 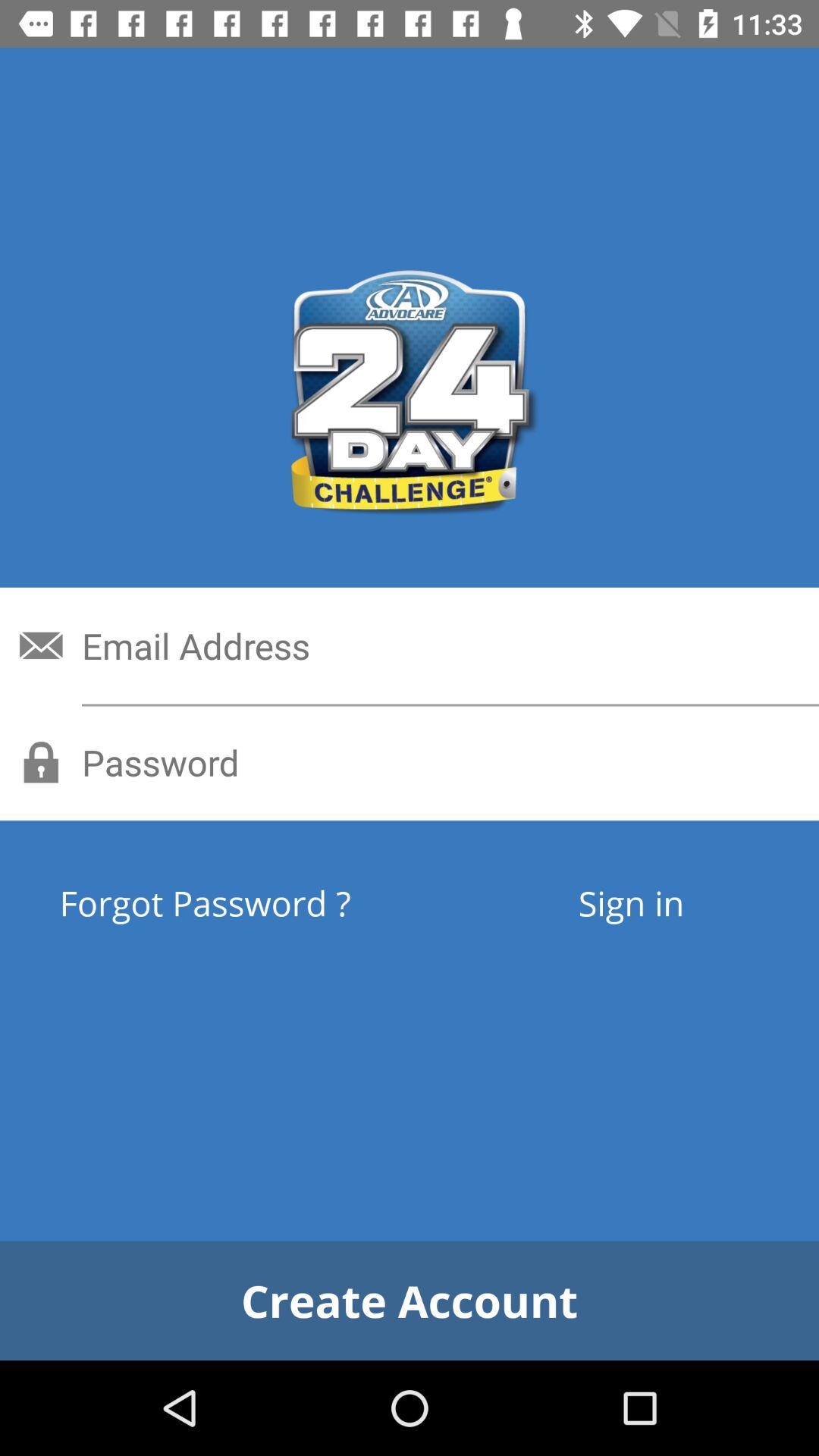 I want to click on icon on the right, so click(x=631, y=902).